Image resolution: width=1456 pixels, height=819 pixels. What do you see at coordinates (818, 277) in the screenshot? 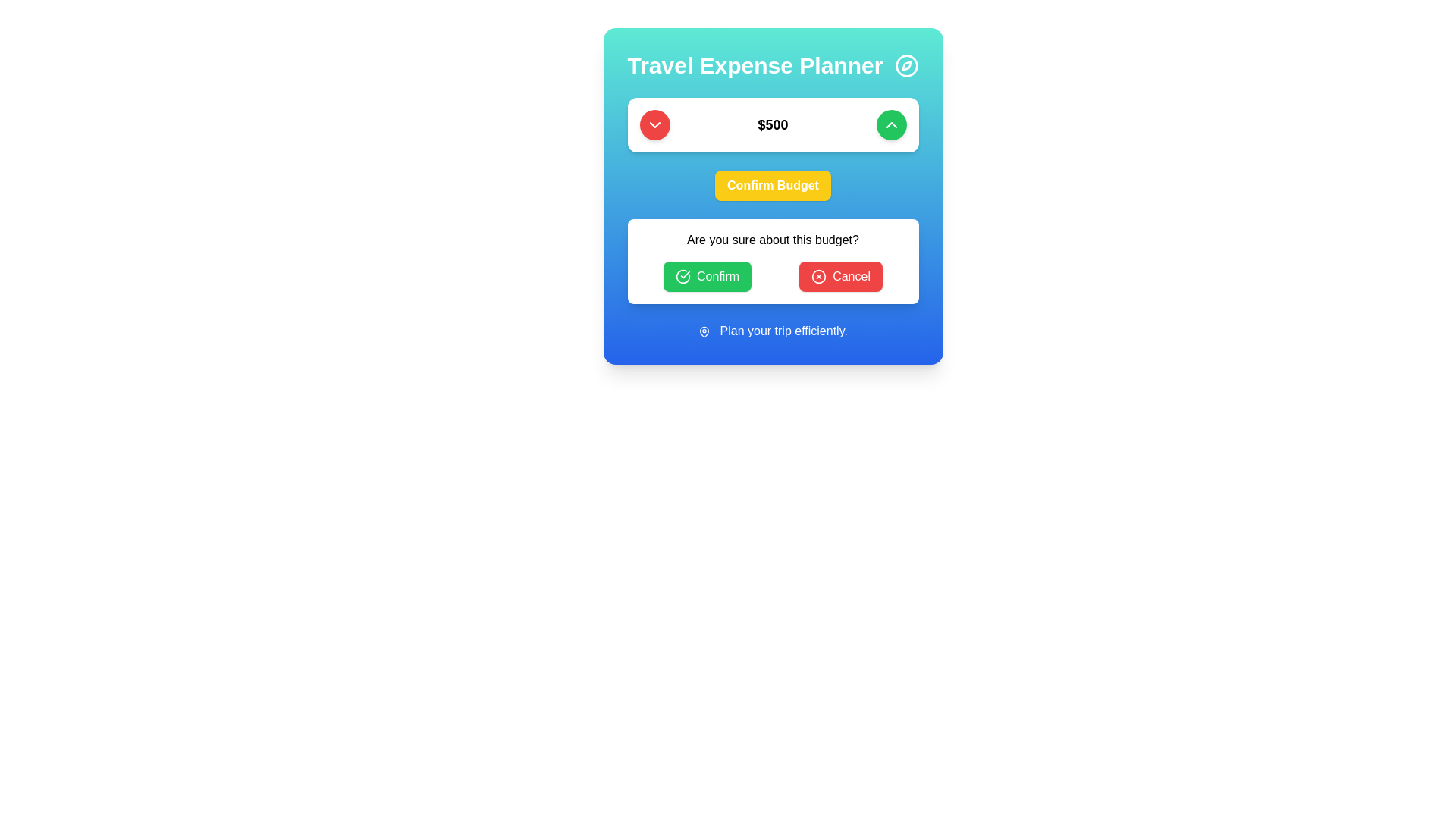
I see `the red circular icon located to the left within the red 'Cancel' button in the confirmation dialogue box` at bounding box center [818, 277].